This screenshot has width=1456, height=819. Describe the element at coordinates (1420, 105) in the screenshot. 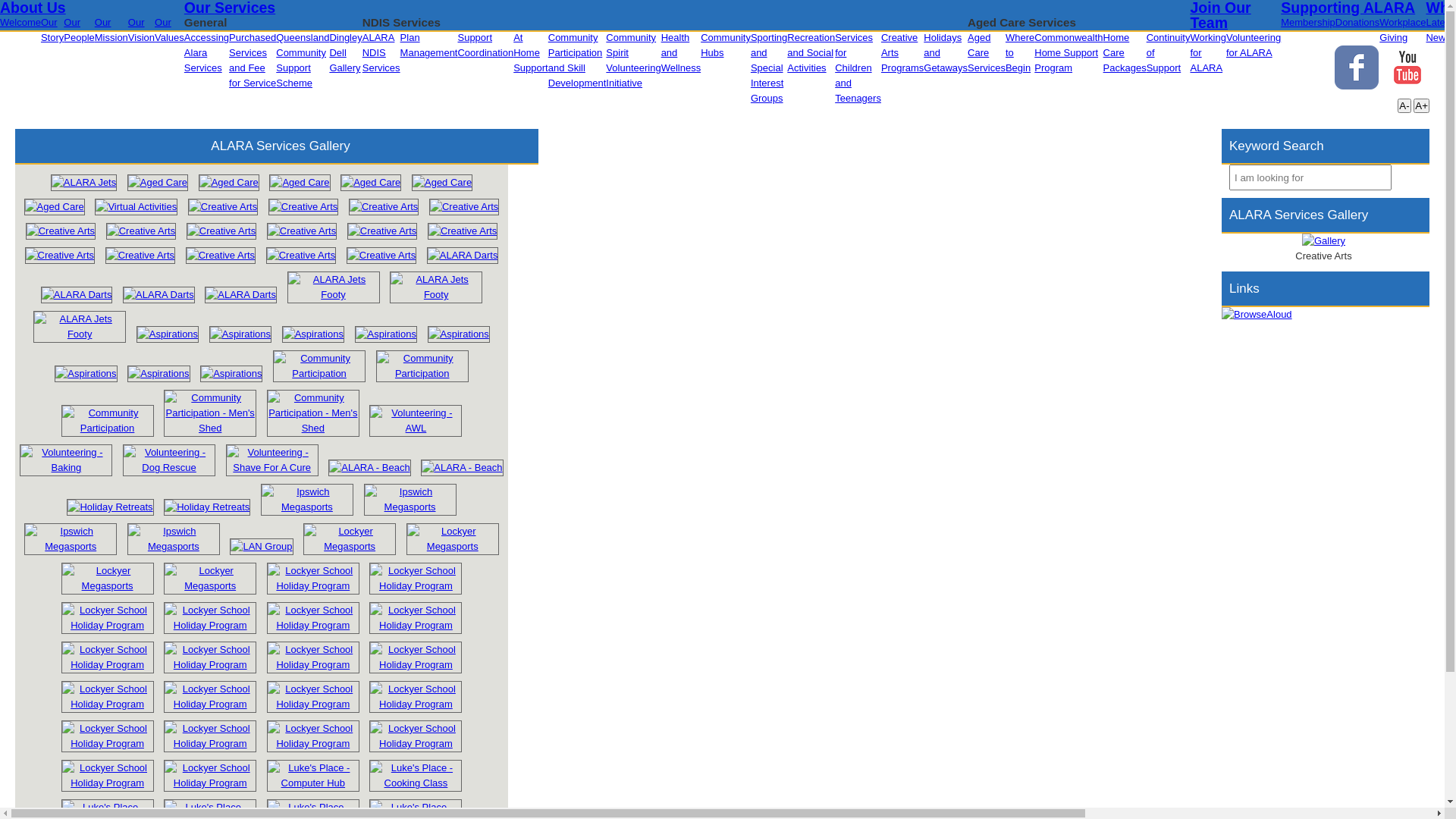

I see `'Increase text size'` at that location.